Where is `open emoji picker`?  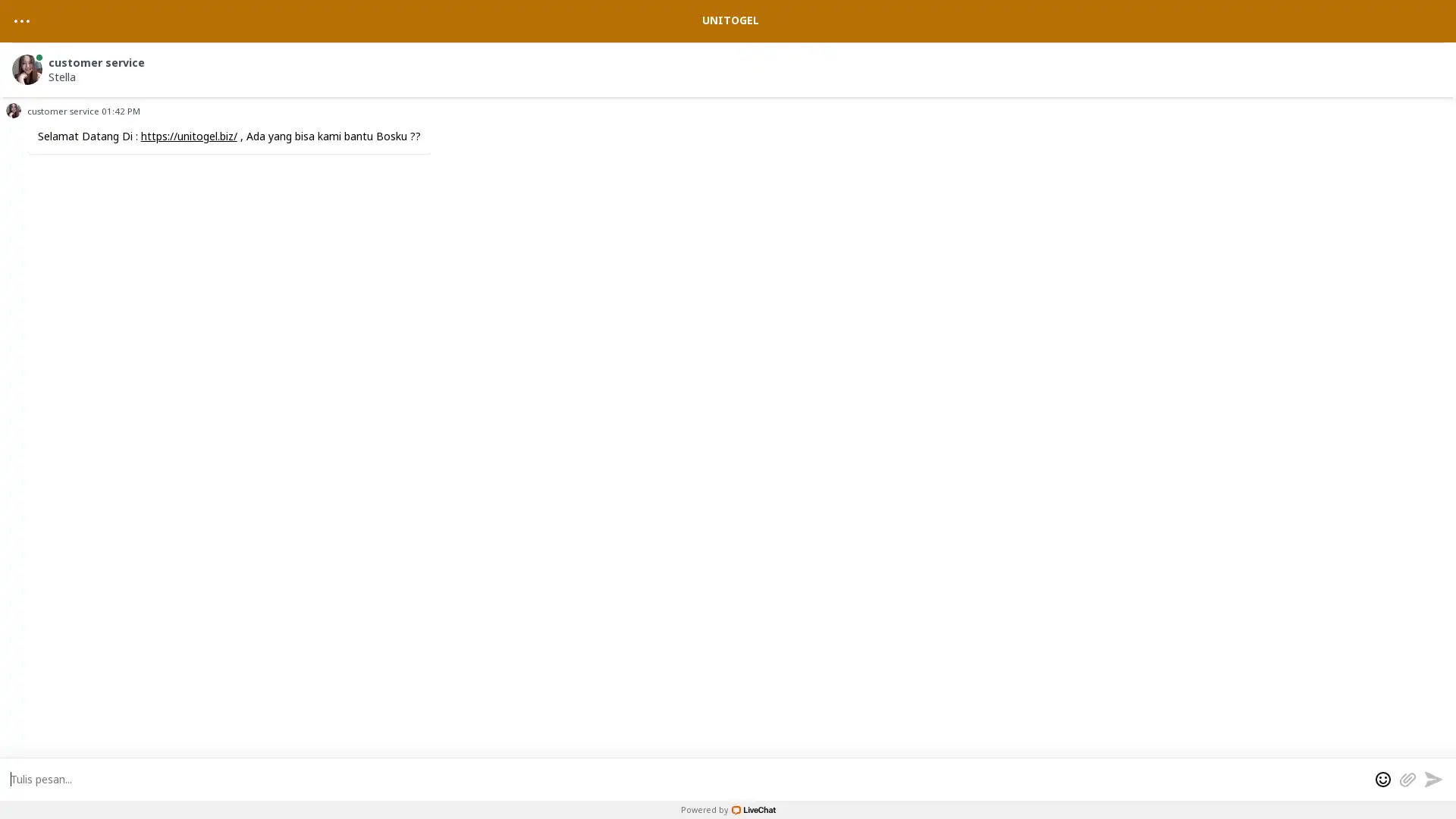 open emoji picker is located at coordinates (1383, 778).